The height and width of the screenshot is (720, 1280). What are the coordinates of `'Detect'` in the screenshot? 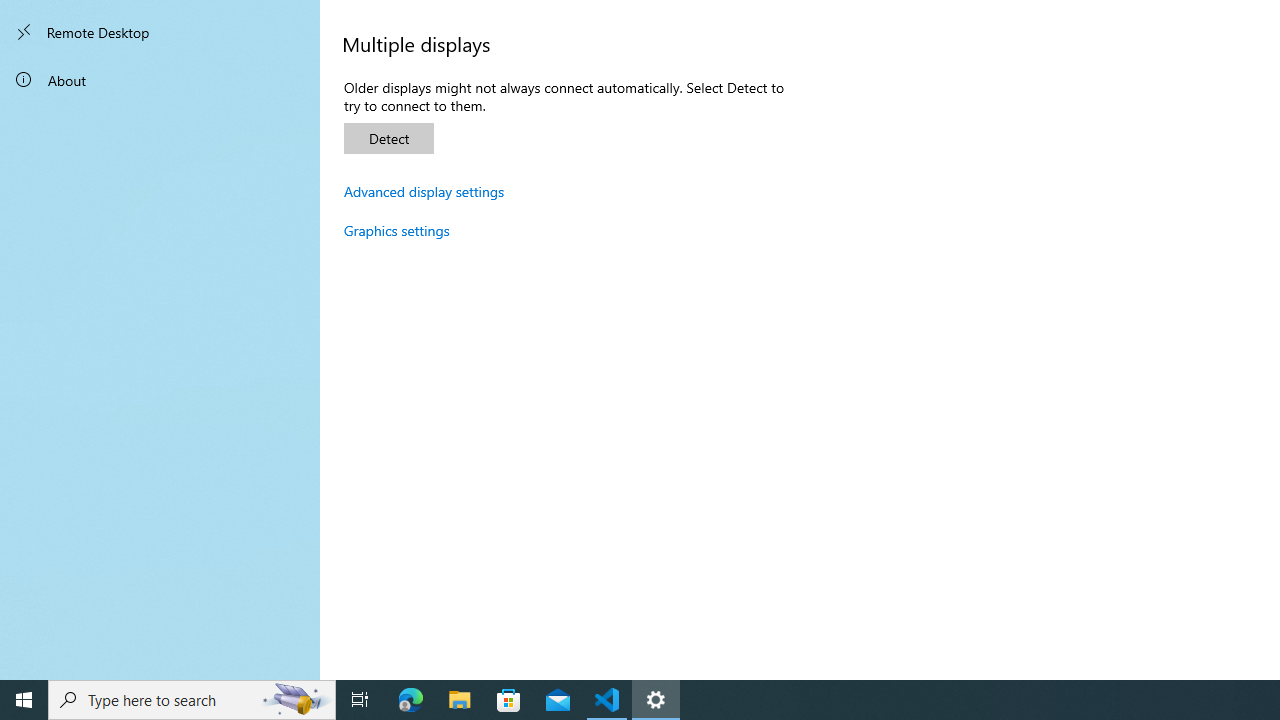 It's located at (389, 137).